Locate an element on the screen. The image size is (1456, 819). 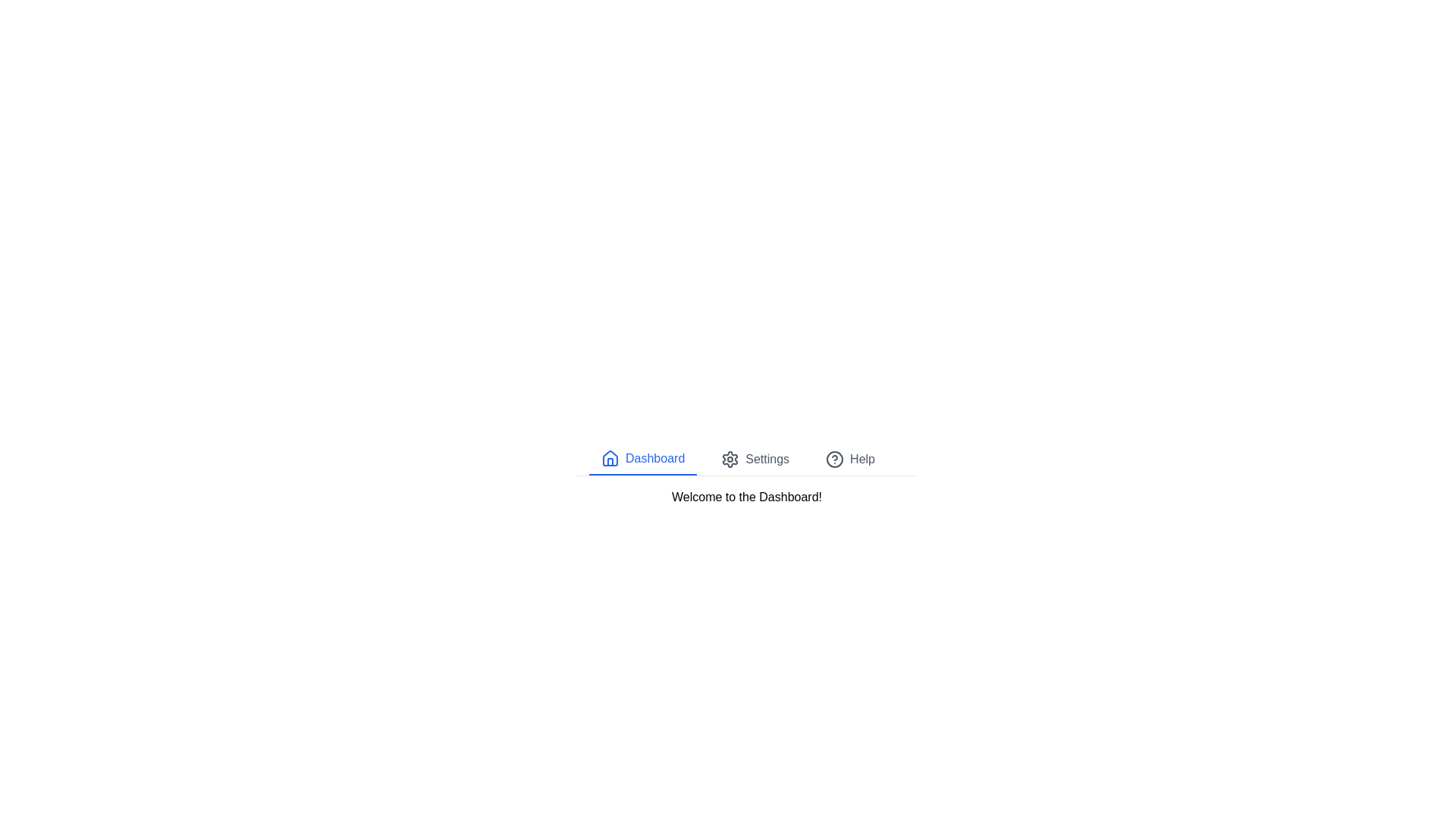
the Help tab to switch the displayed content is located at coordinates (851, 458).